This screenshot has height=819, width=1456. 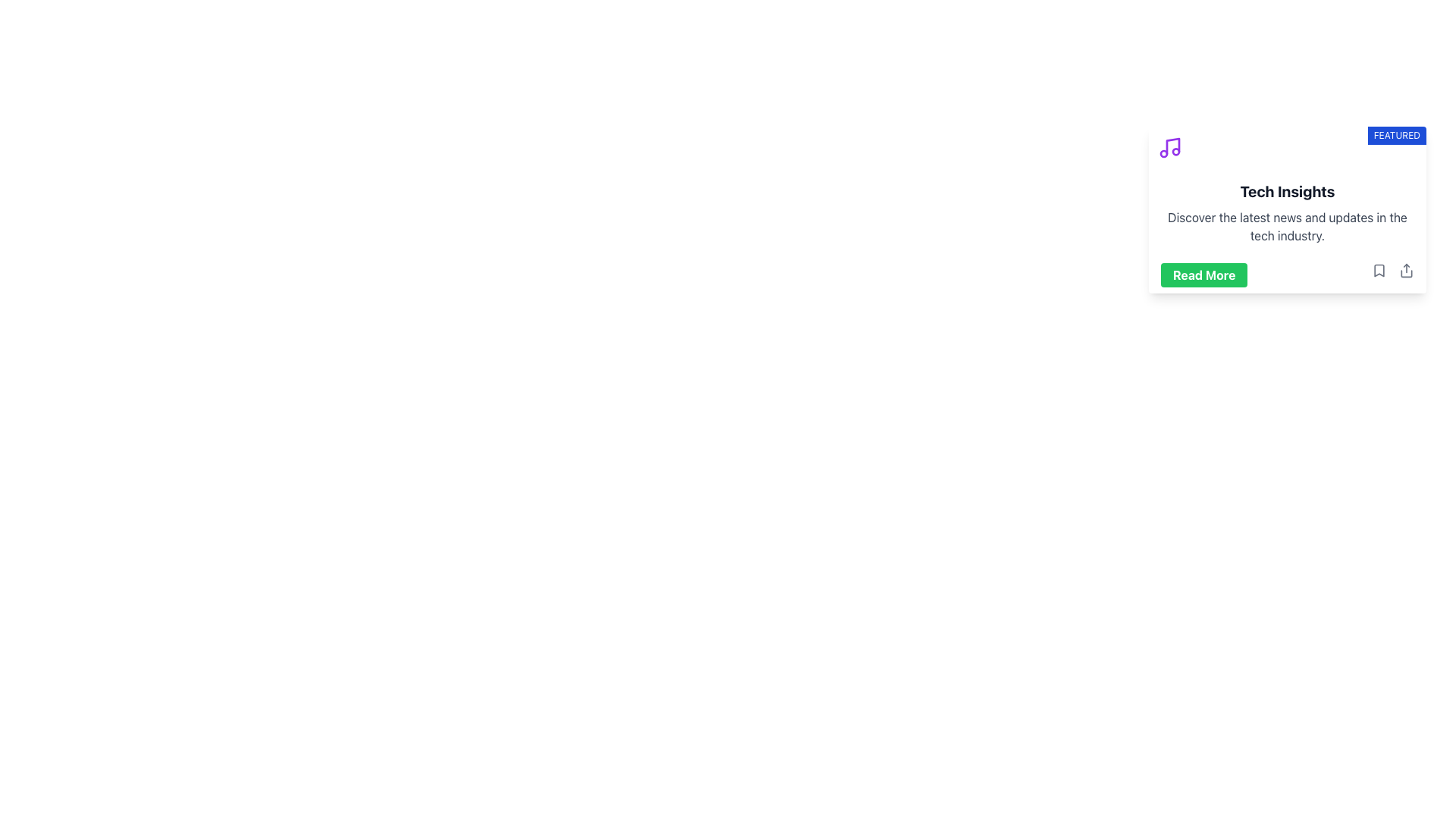 I want to click on the musical note icon represented by a vertical line and a curve, filled with purple color, located in the top-left segment of the information card, so click(x=1172, y=146).